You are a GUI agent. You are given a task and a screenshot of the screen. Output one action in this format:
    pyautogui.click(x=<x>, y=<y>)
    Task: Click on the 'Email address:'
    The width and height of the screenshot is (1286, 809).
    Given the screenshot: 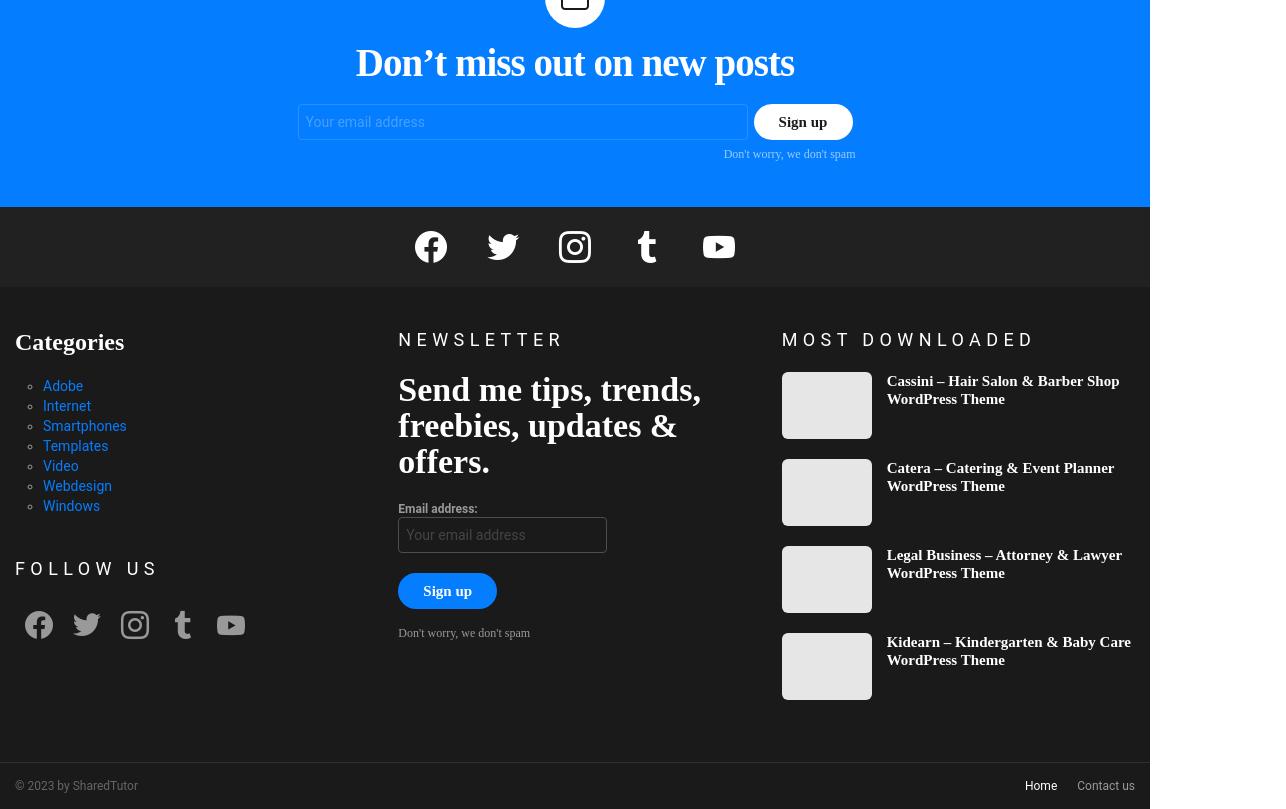 What is the action you would take?
    pyautogui.click(x=436, y=506)
    